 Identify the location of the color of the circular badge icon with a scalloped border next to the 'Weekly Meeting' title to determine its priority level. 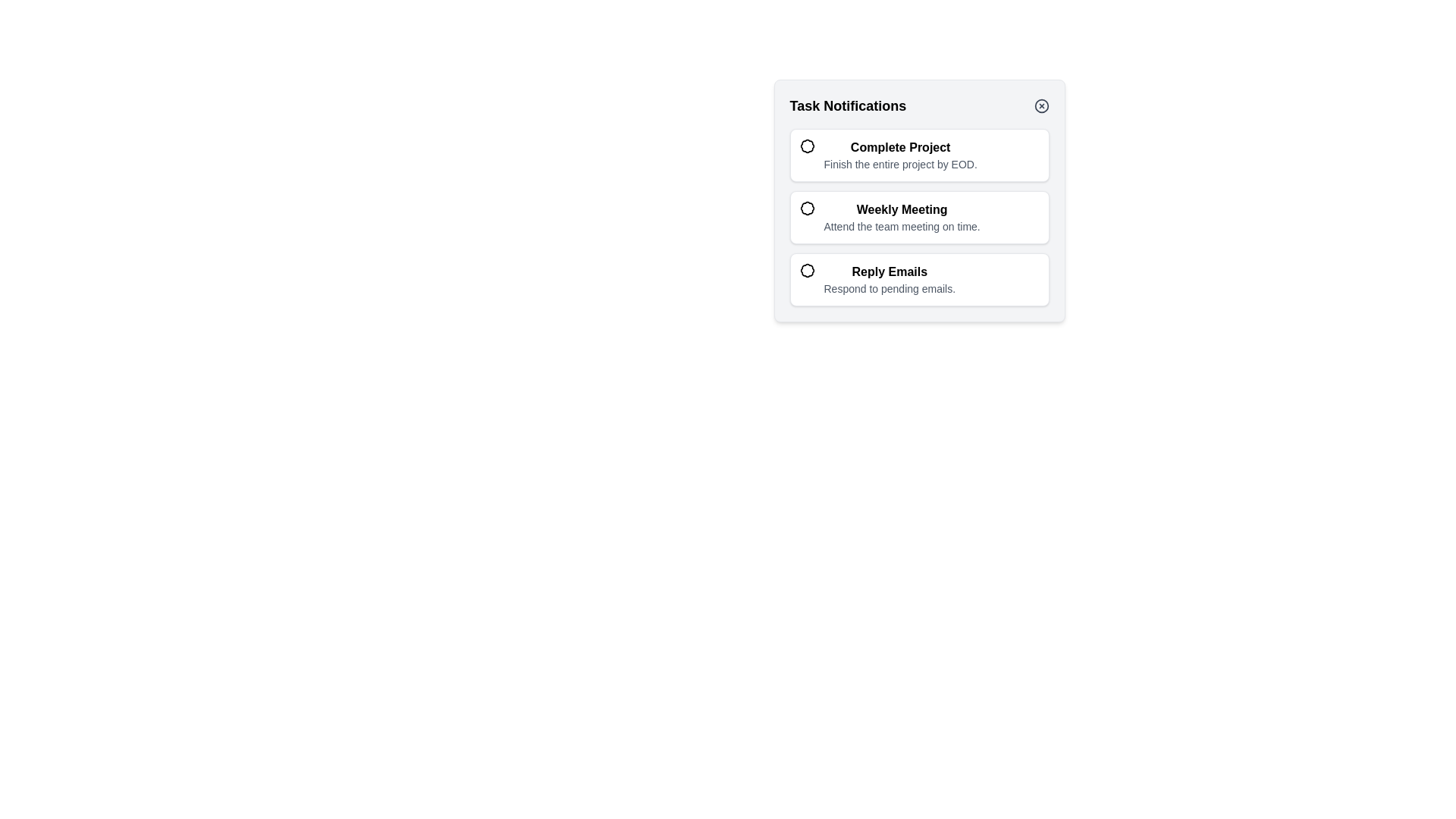
(806, 208).